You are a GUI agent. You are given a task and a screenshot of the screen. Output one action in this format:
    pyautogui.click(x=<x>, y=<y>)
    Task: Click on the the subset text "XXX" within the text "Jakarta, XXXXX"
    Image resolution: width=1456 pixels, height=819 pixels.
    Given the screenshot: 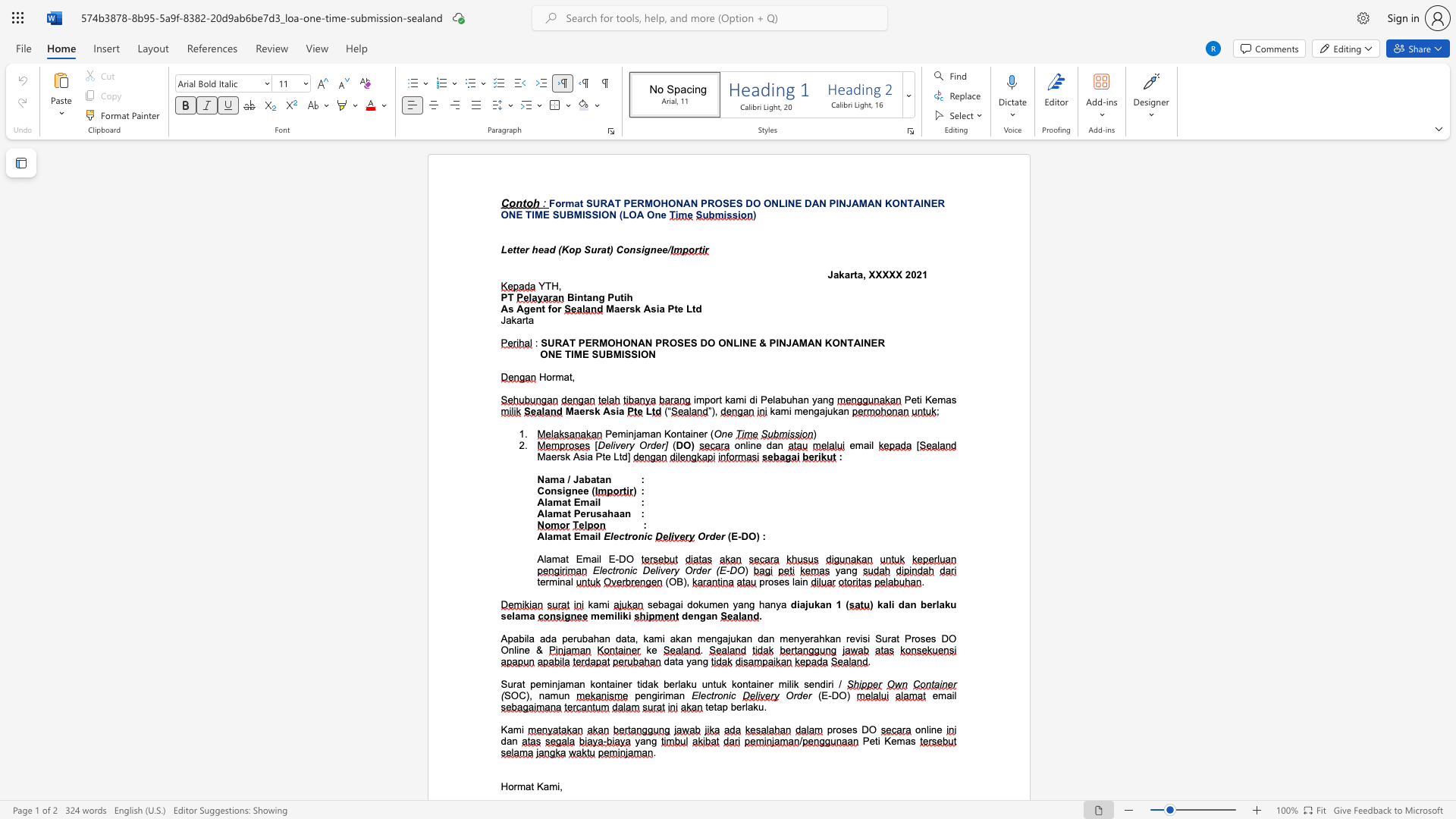 What is the action you would take?
    pyautogui.click(x=868, y=275)
    